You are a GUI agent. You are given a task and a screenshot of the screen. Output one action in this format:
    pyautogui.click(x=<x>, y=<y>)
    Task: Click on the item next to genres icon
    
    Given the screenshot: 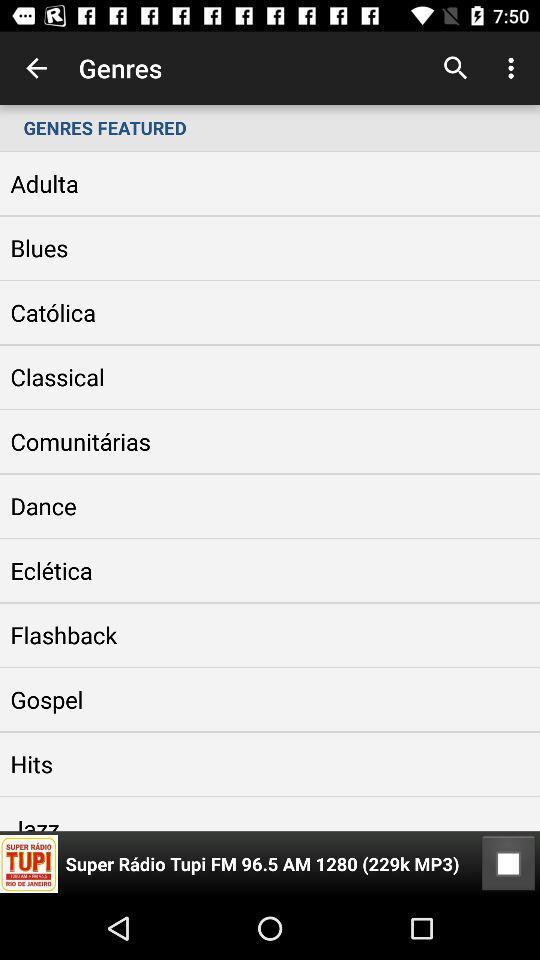 What is the action you would take?
    pyautogui.click(x=36, y=68)
    